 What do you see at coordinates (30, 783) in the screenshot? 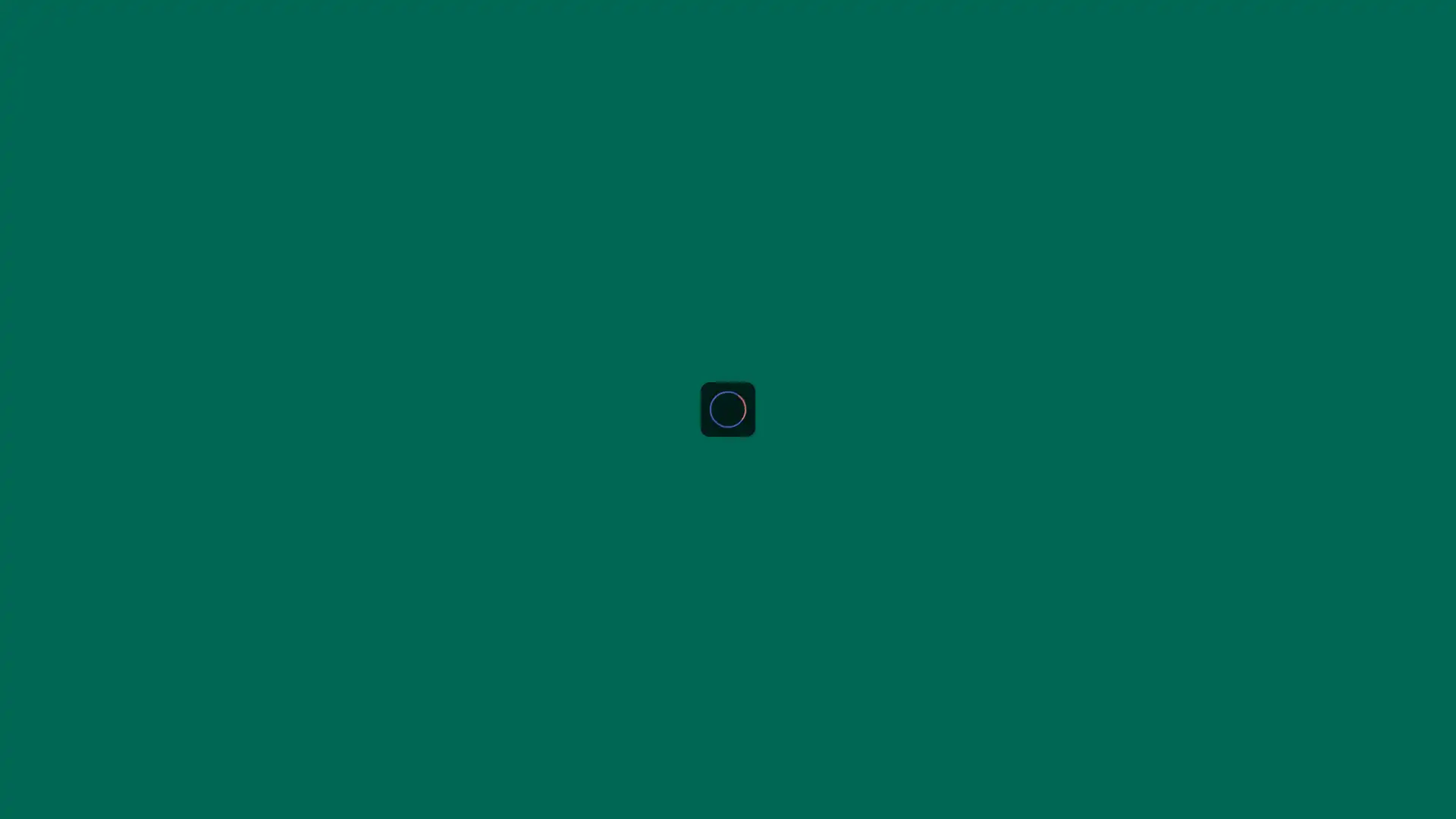
I see `Help` at bounding box center [30, 783].